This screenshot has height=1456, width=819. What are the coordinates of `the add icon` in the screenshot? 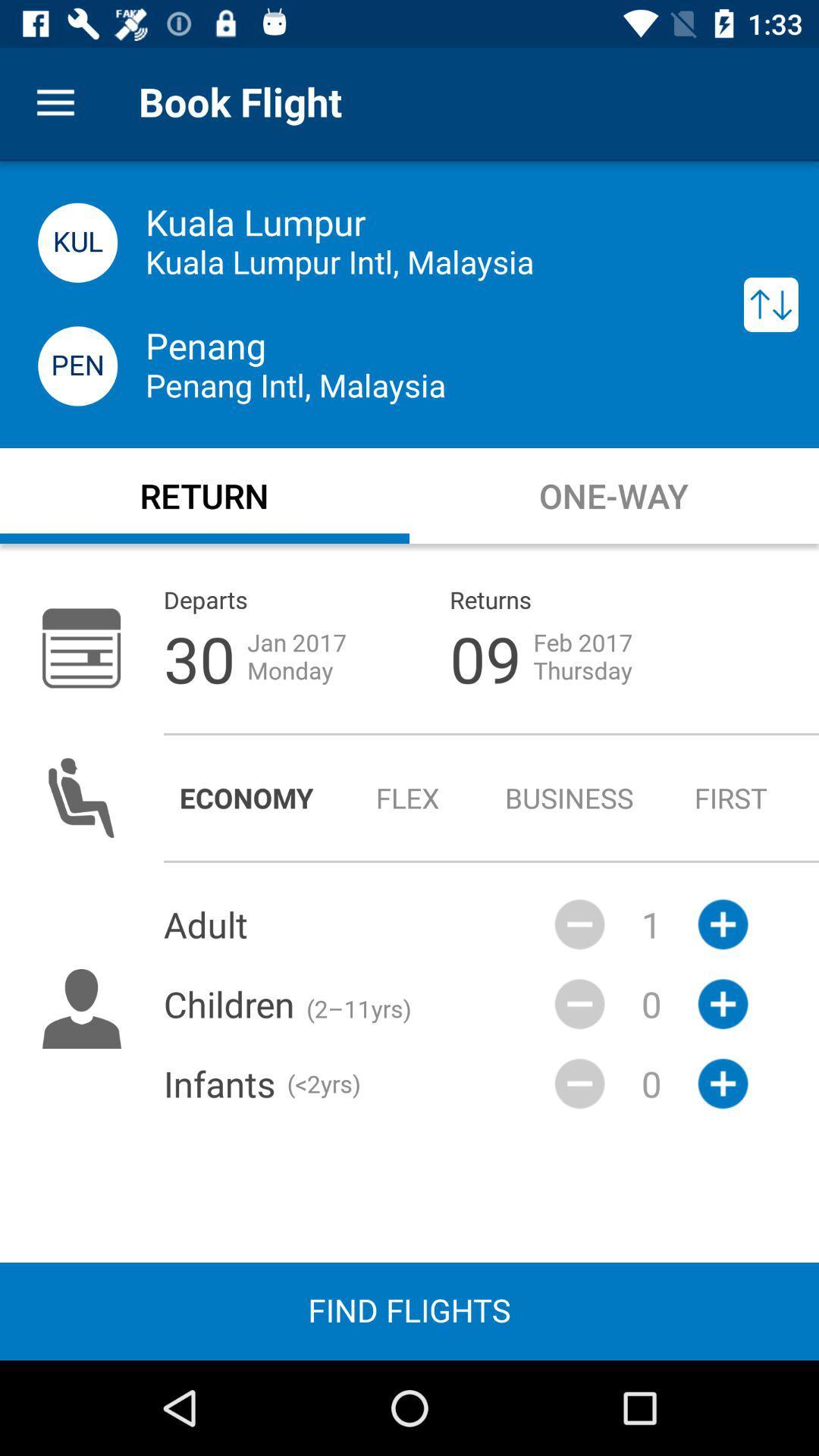 It's located at (722, 1004).